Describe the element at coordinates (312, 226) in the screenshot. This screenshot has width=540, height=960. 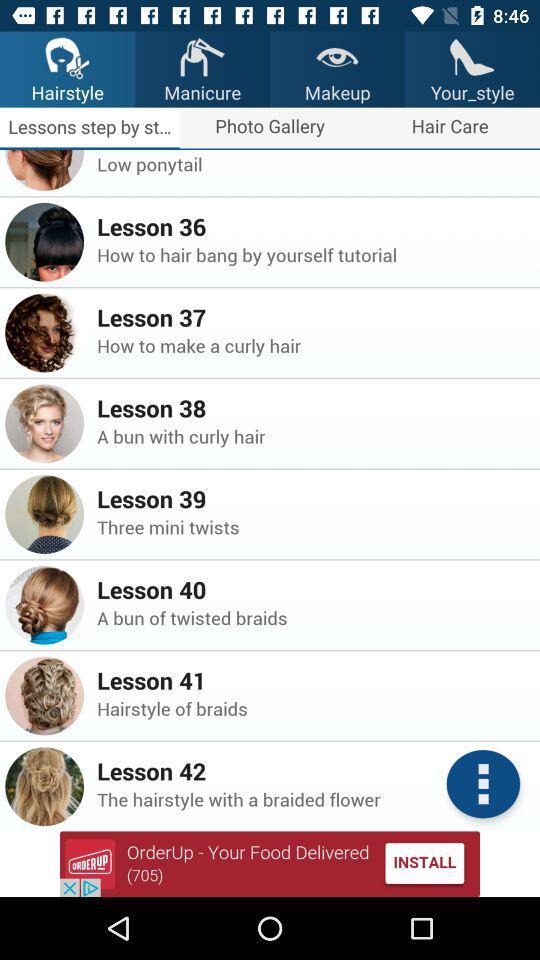
I see `lesson 36 icon` at that location.